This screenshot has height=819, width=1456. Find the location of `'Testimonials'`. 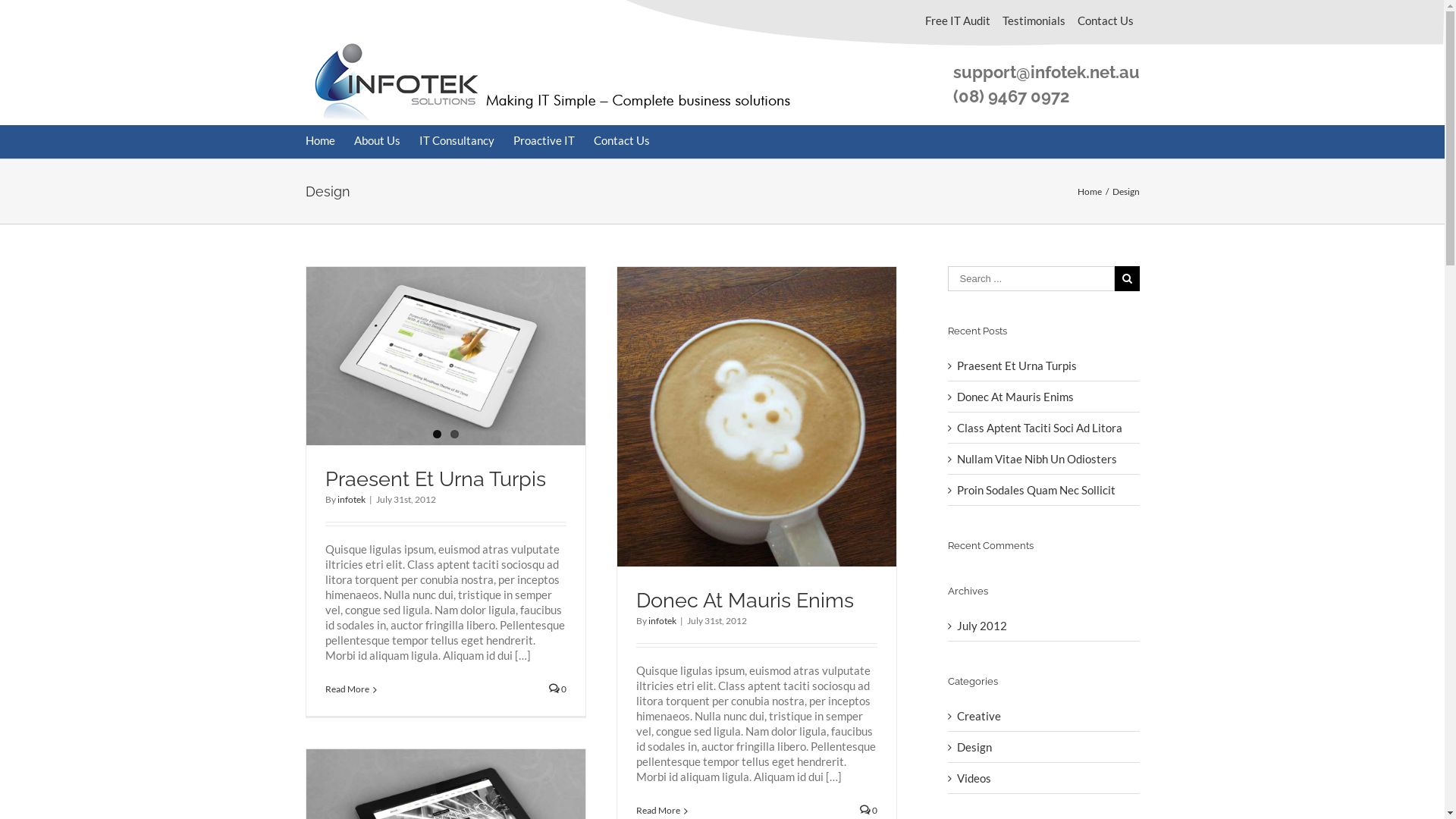

'Testimonials' is located at coordinates (996, 20).